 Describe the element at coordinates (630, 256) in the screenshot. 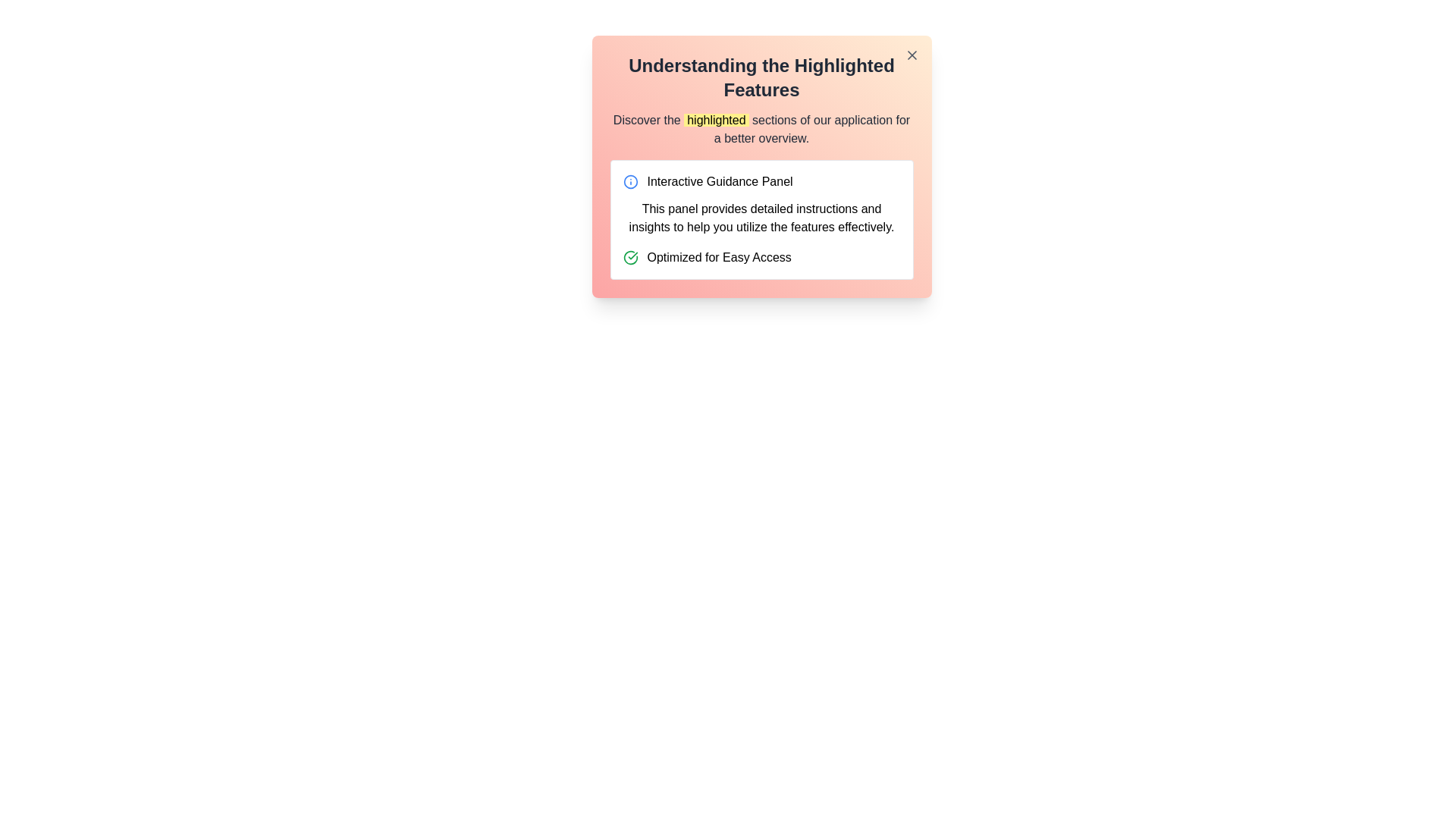

I see `the green circular checkmark icon located to the left of the text 'Optimized for Easy Access'` at that location.